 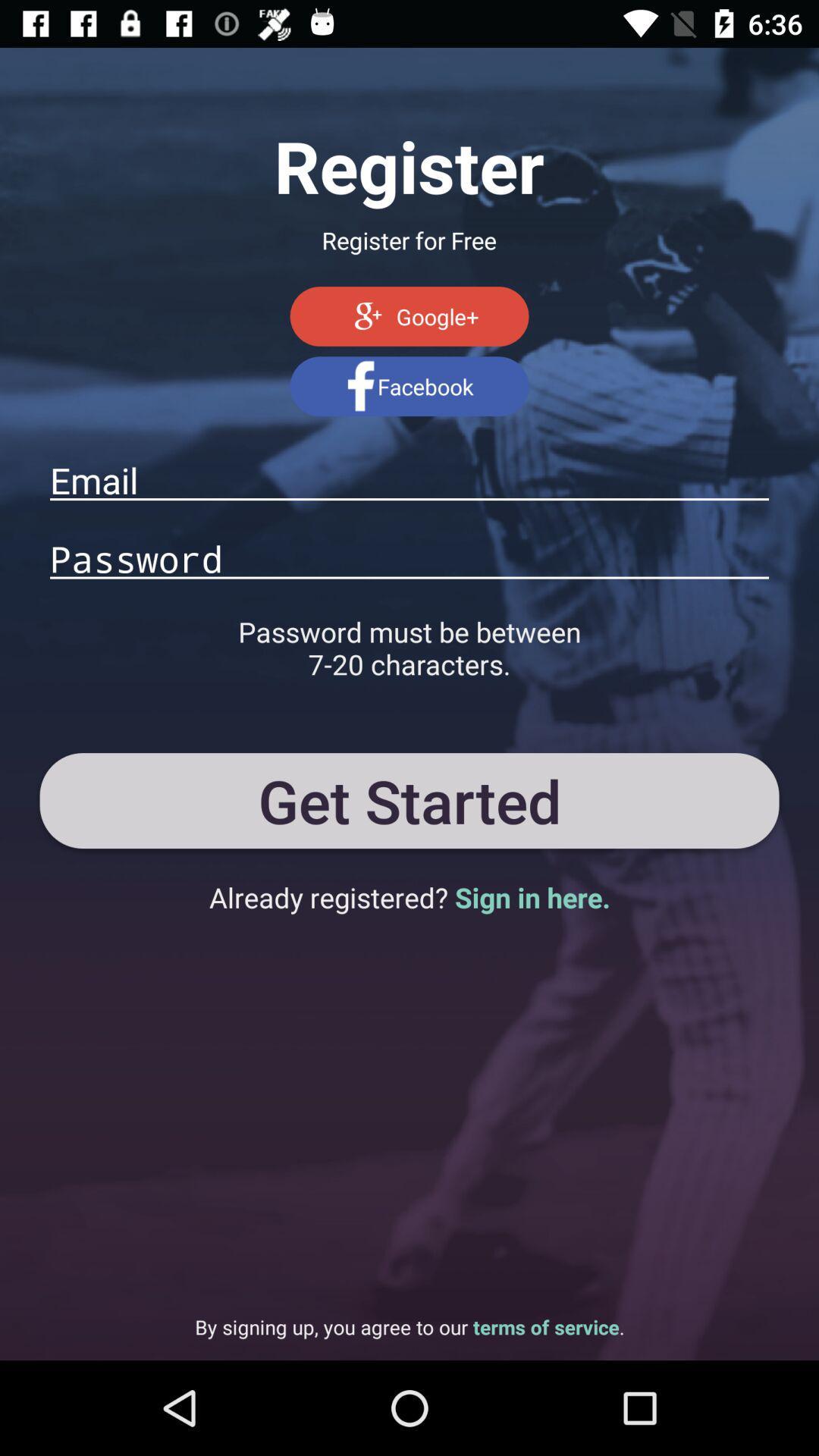 What do you see at coordinates (409, 1326) in the screenshot?
I see `by signing up item` at bounding box center [409, 1326].